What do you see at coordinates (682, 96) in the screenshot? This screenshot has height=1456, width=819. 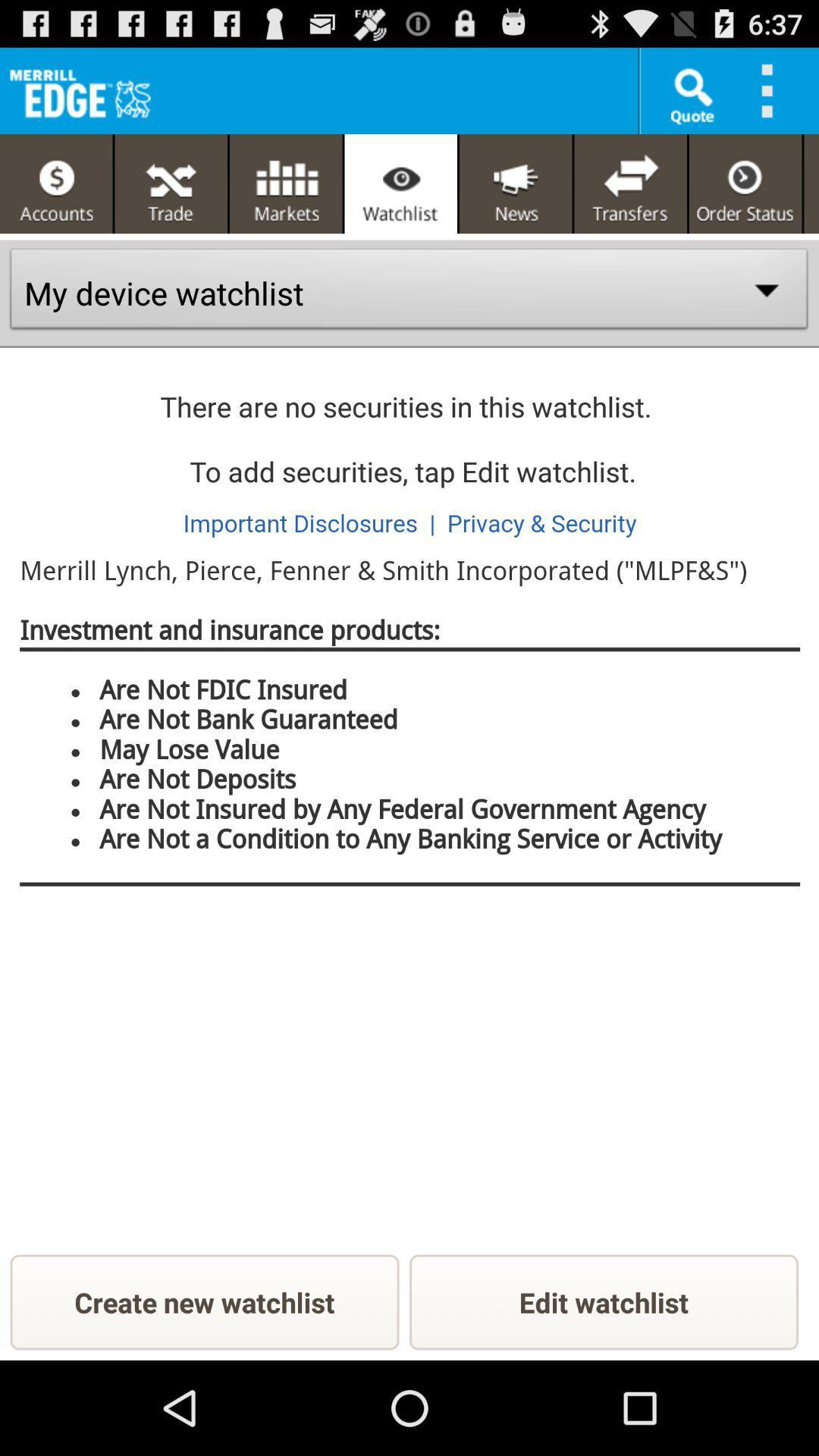 I see `the search icon` at bounding box center [682, 96].